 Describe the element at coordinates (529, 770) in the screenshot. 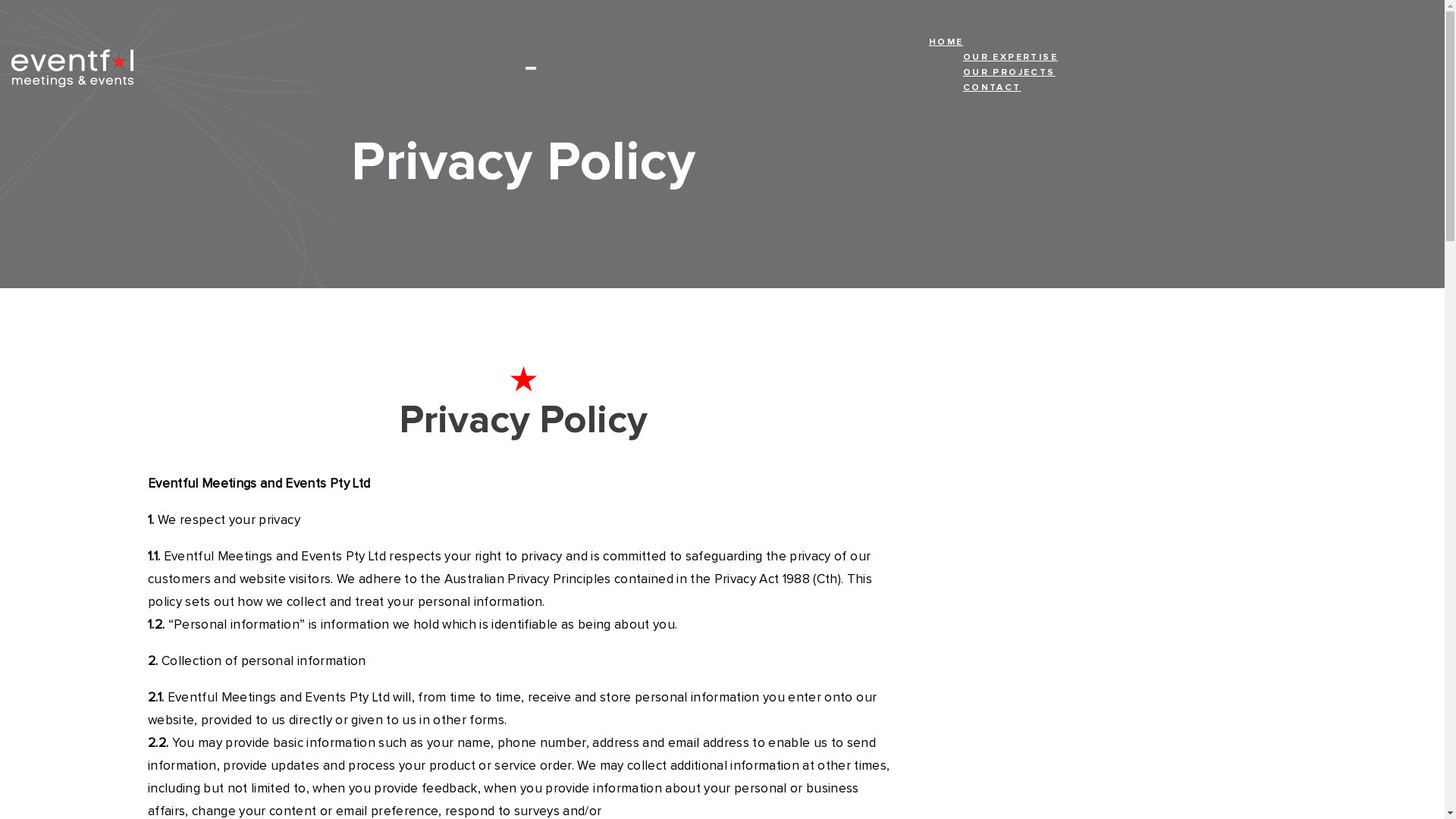

I see `'+61 2 9690 2699'` at that location.